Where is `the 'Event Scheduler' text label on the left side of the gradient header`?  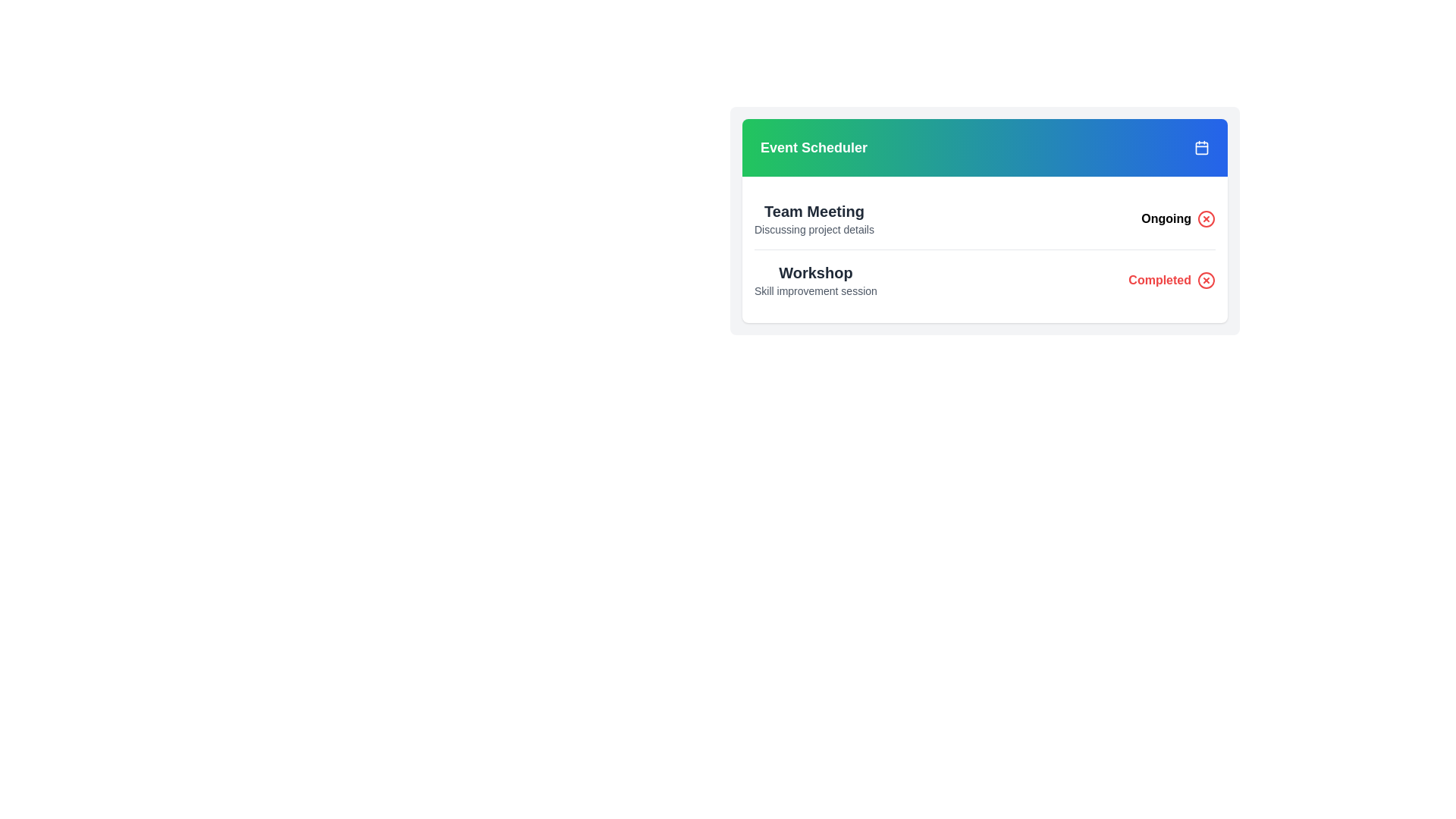
the 'Event Scheduler' text label on the left side of the gradient header is located at coordinates (813, 148).